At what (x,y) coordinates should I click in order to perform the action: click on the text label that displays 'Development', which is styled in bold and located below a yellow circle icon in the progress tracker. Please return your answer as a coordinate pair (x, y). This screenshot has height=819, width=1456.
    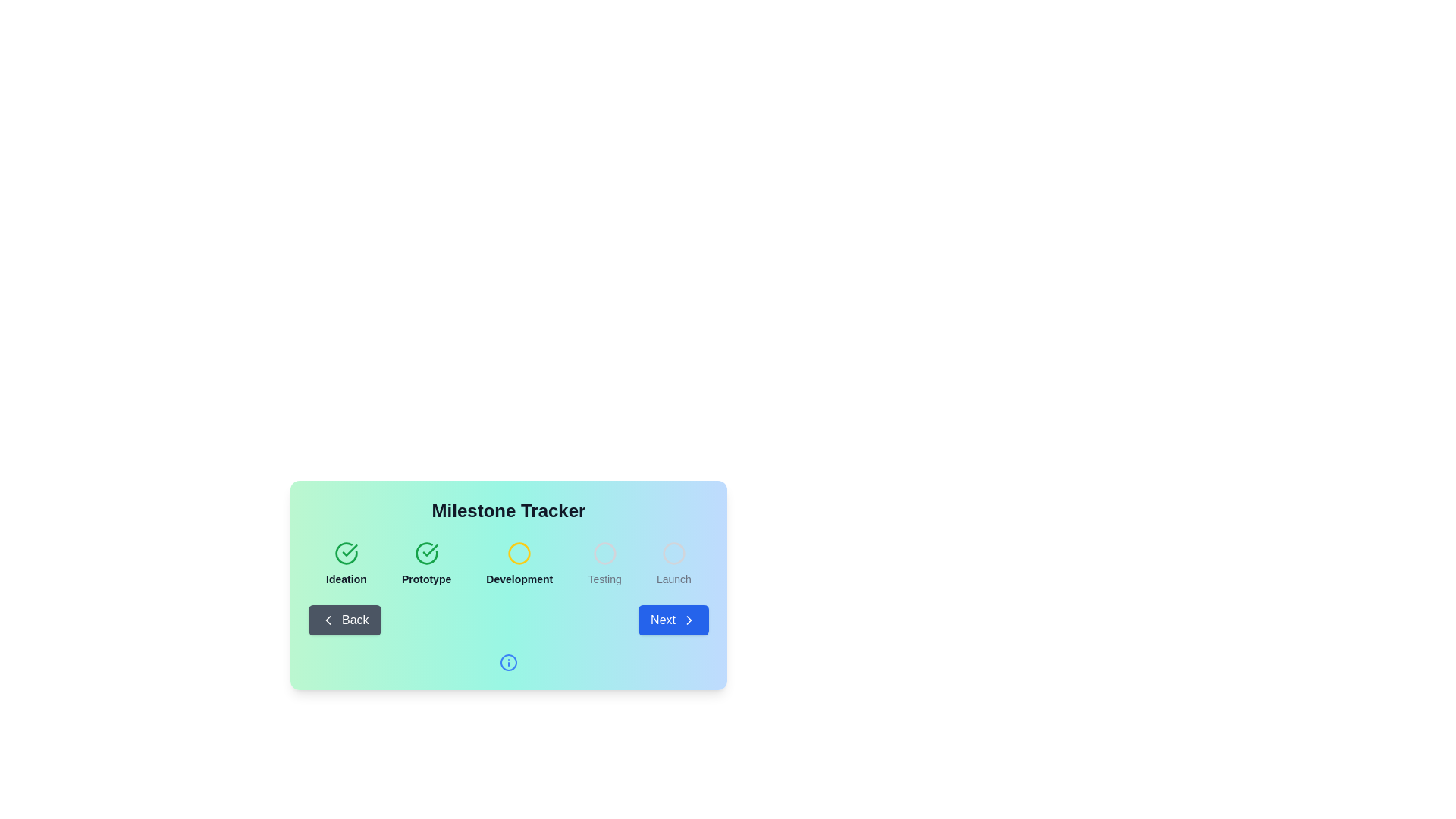
    Looking at the image, I should click on (519, 579).